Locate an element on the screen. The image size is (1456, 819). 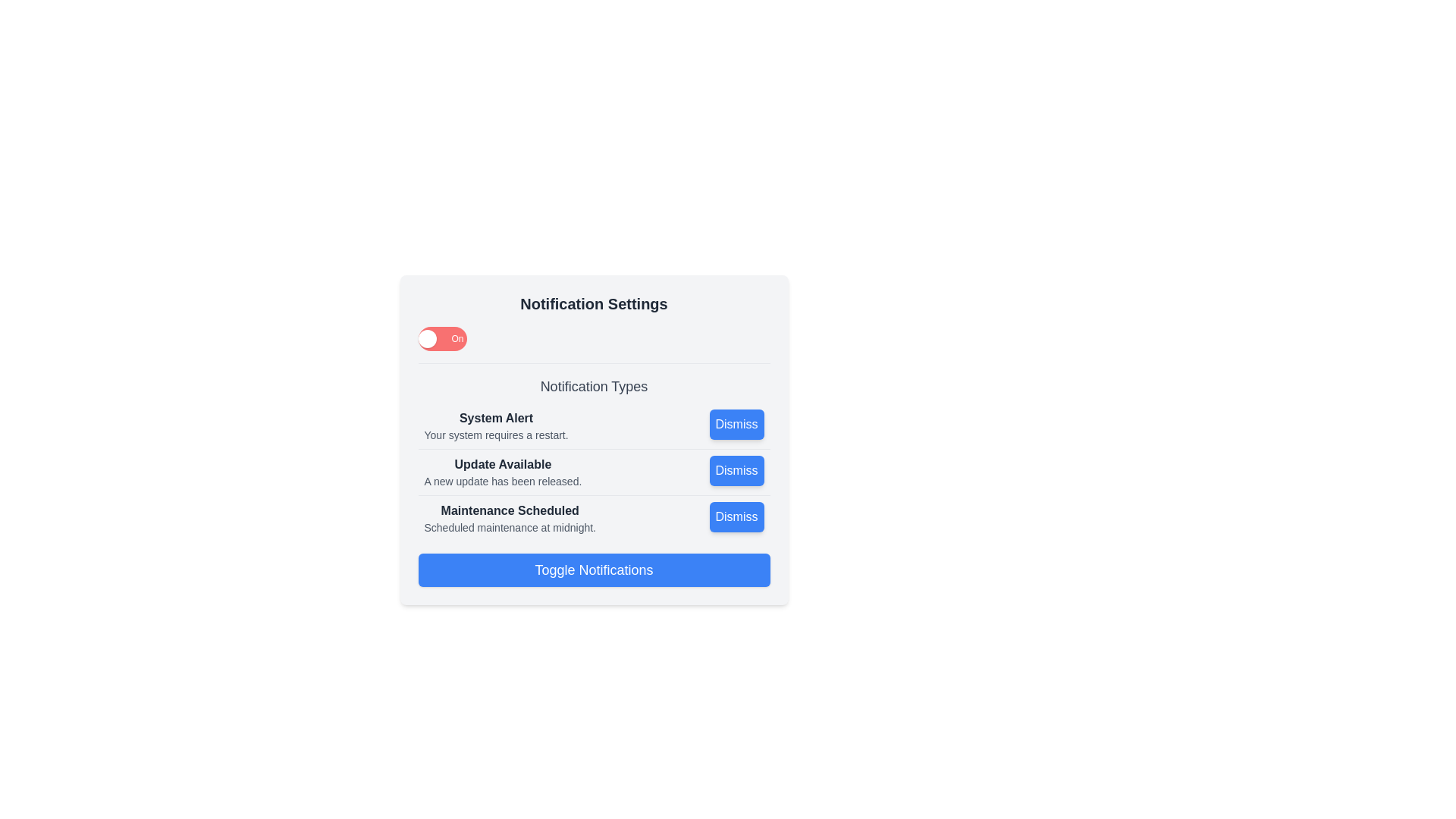
the text label displaying 'Update Available', which is bold and dark gray, located in the notification panel is located at coordinates (503, 464).